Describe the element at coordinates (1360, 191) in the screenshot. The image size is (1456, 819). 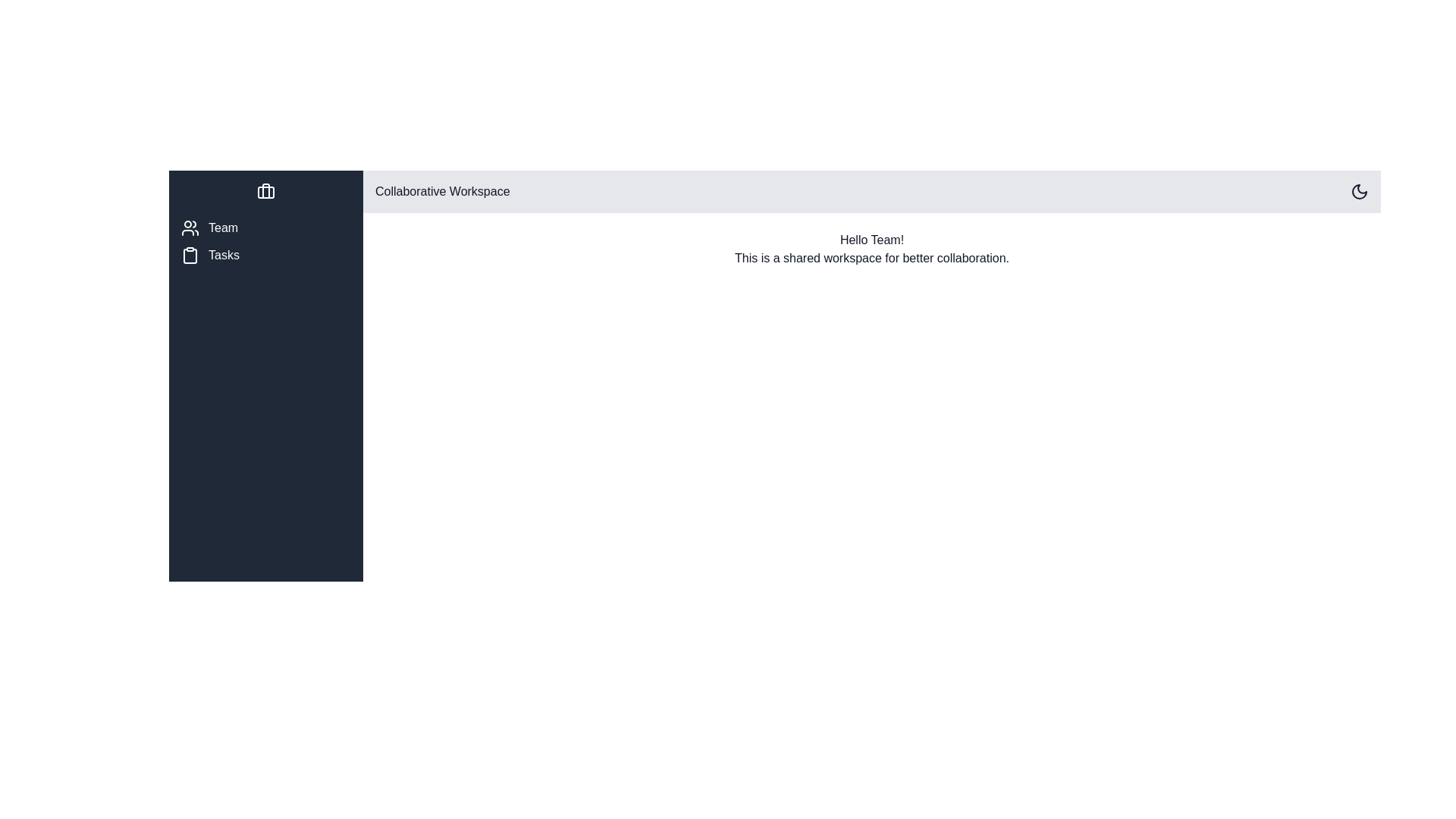
I see `the crescent moon icon located in the top-right corner of the application interface` at that location.